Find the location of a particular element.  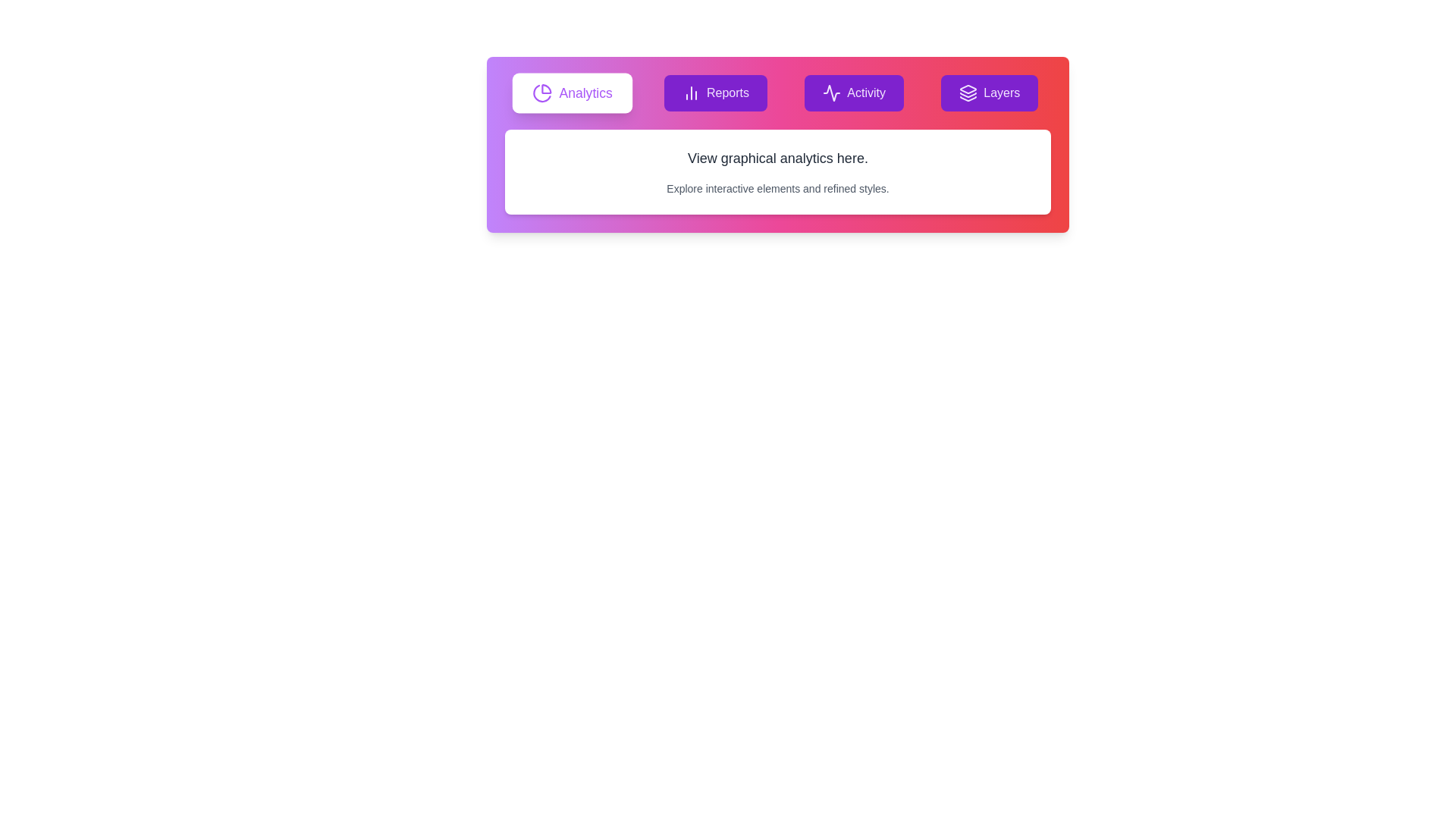

the tab labeled Layers to view its content is located at coordinates (990, 93).